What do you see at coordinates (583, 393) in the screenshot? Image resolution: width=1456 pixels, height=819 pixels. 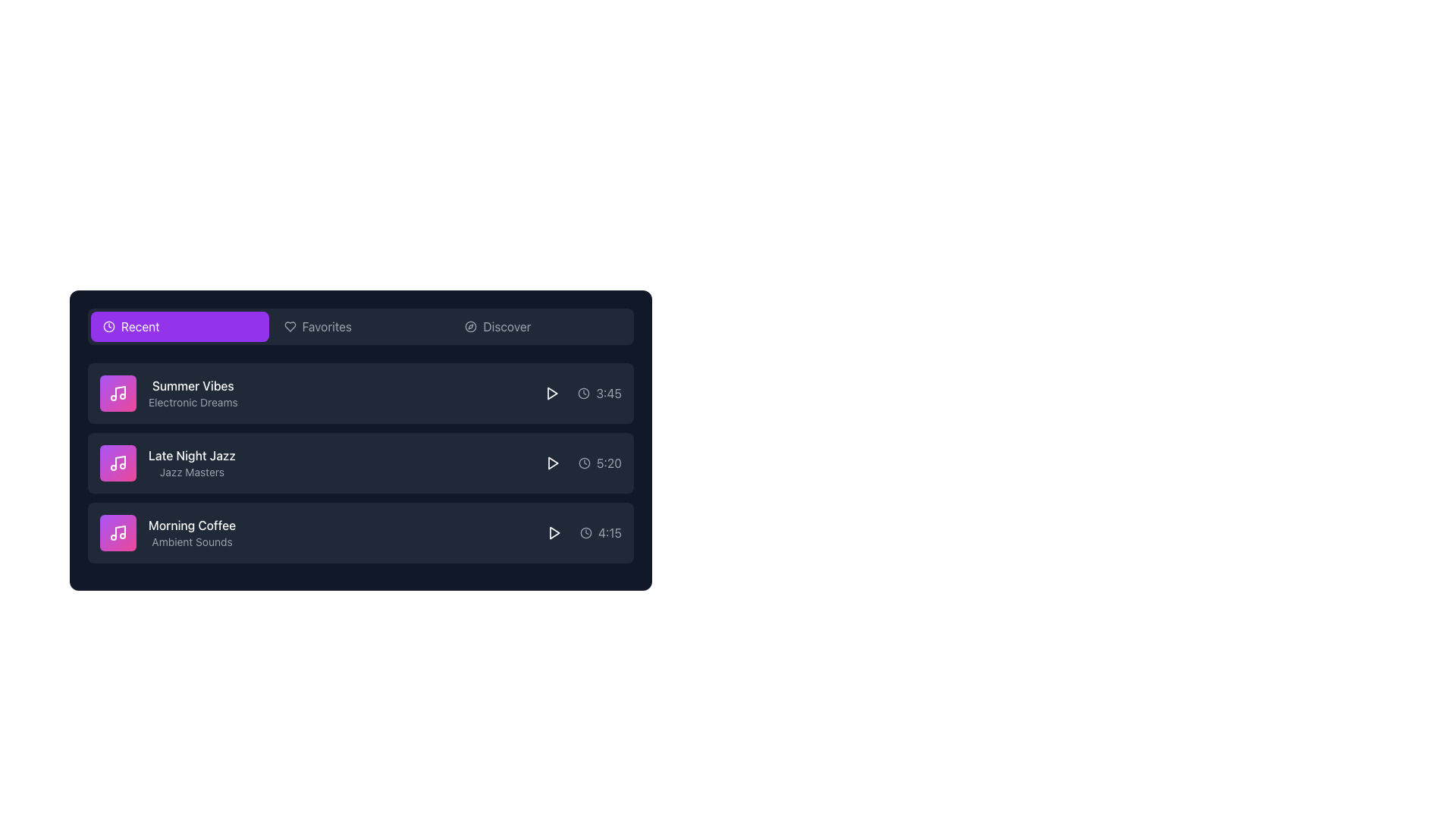 I see `the time-related icon located to the left of the text '3:45', which is part of the first item labeled 'Summer Vibes'` at bounding box center [583, 393].